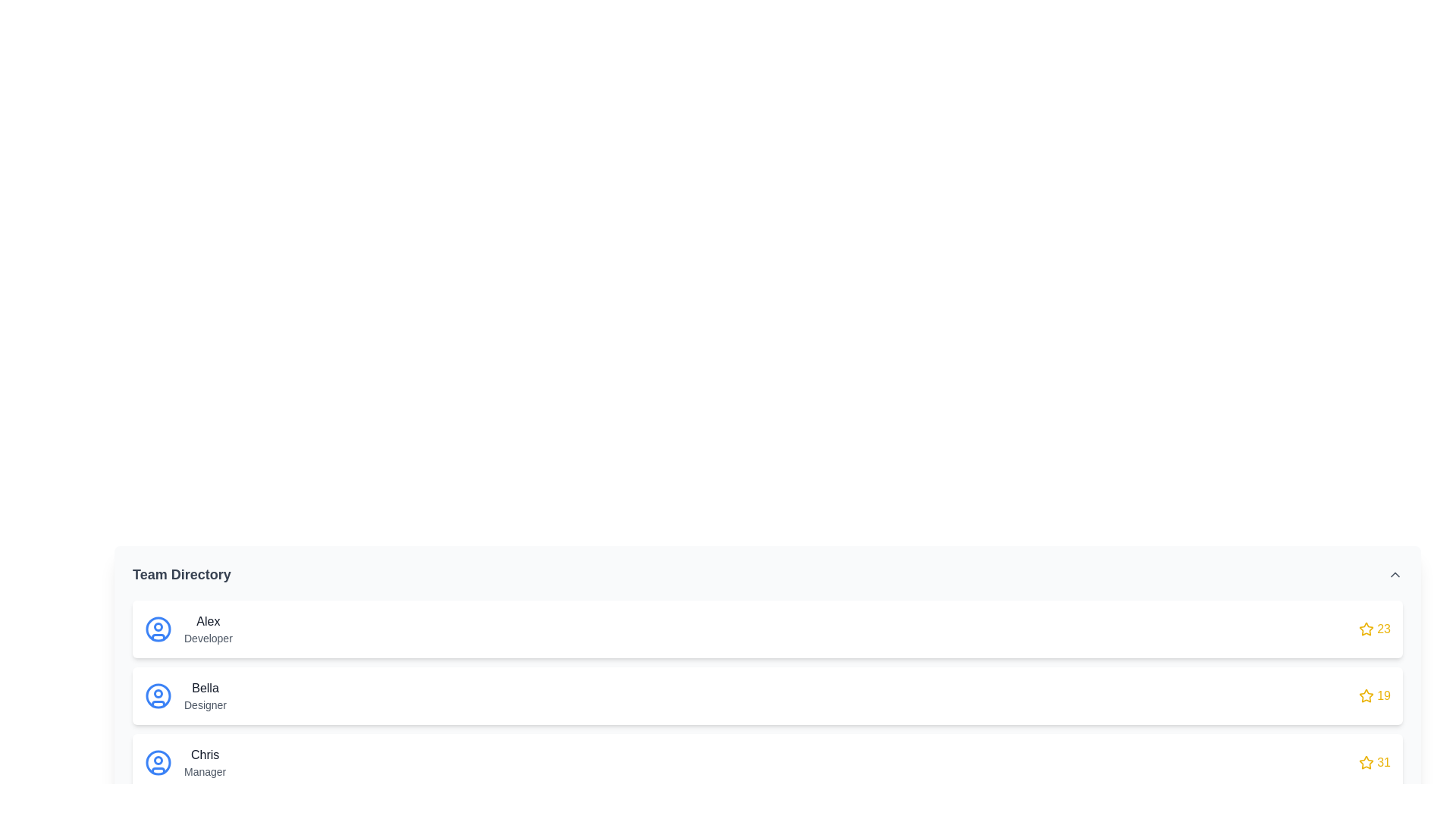  What do you see at coordinates (205, 688) in the screenshot?
I see `text displayed on the label indicating the name 'Bella', which is part of the second entry in the team directory list` at bounding box center [205, 688].